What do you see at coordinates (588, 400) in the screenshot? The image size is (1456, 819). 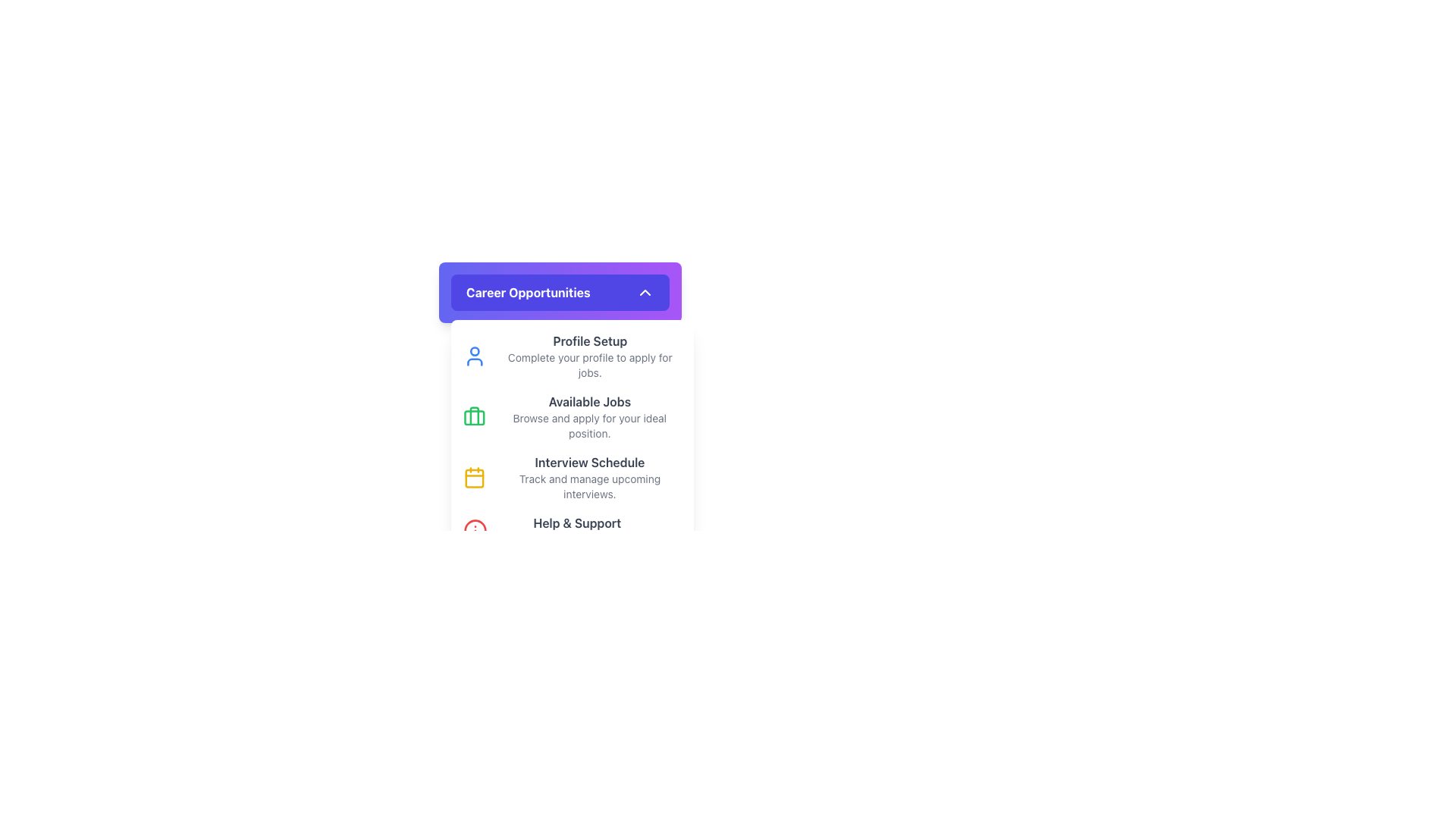 I see `the text label titled 'Available Jobs', which is located below the 'Career Opportunities' header and is the second item in the list` at bounding box center [588, 400].